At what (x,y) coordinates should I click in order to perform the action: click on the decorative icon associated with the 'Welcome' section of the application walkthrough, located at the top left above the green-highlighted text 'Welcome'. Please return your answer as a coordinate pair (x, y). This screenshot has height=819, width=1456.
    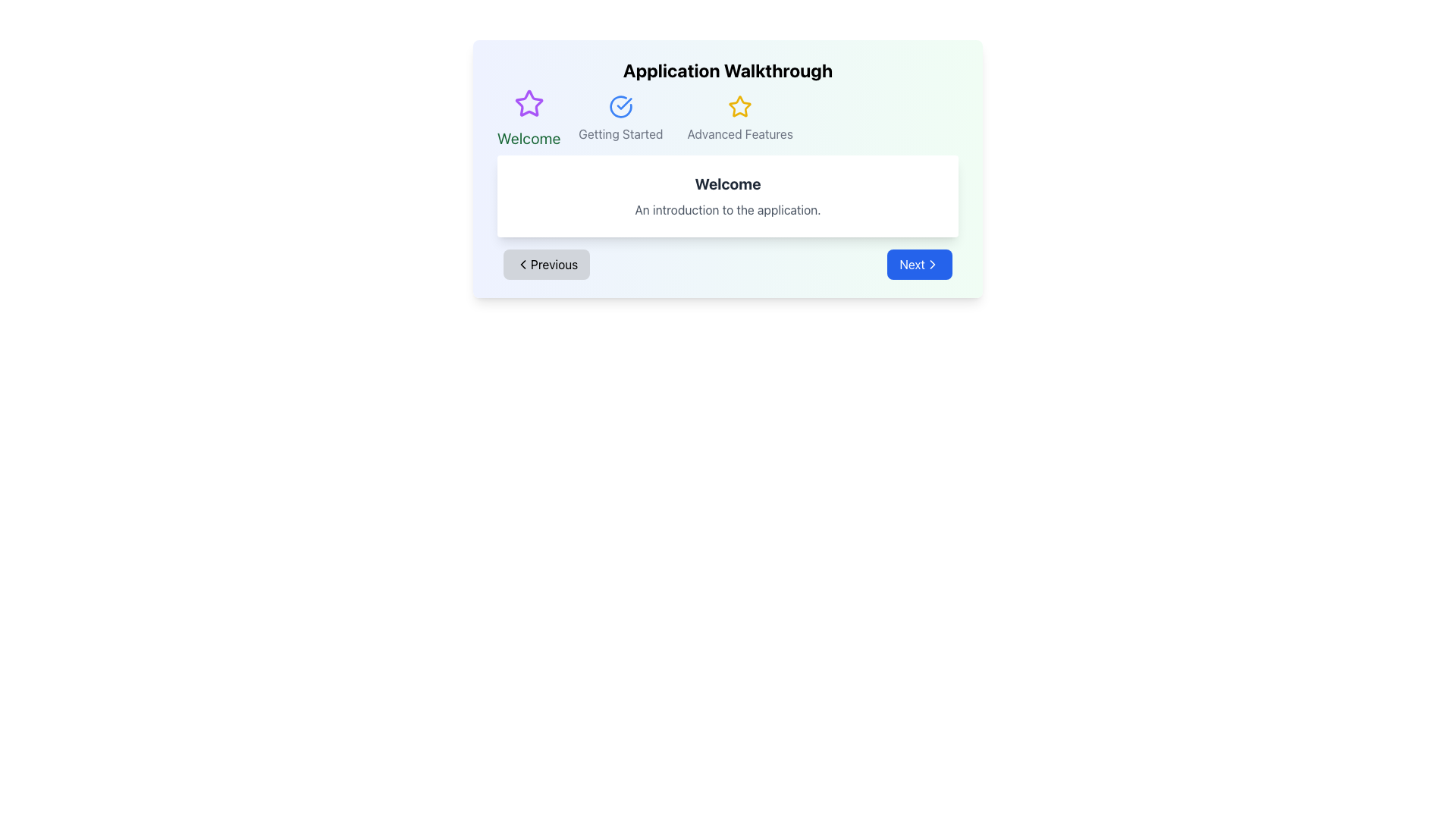
    Looking at the image, I should click on (529, 103).